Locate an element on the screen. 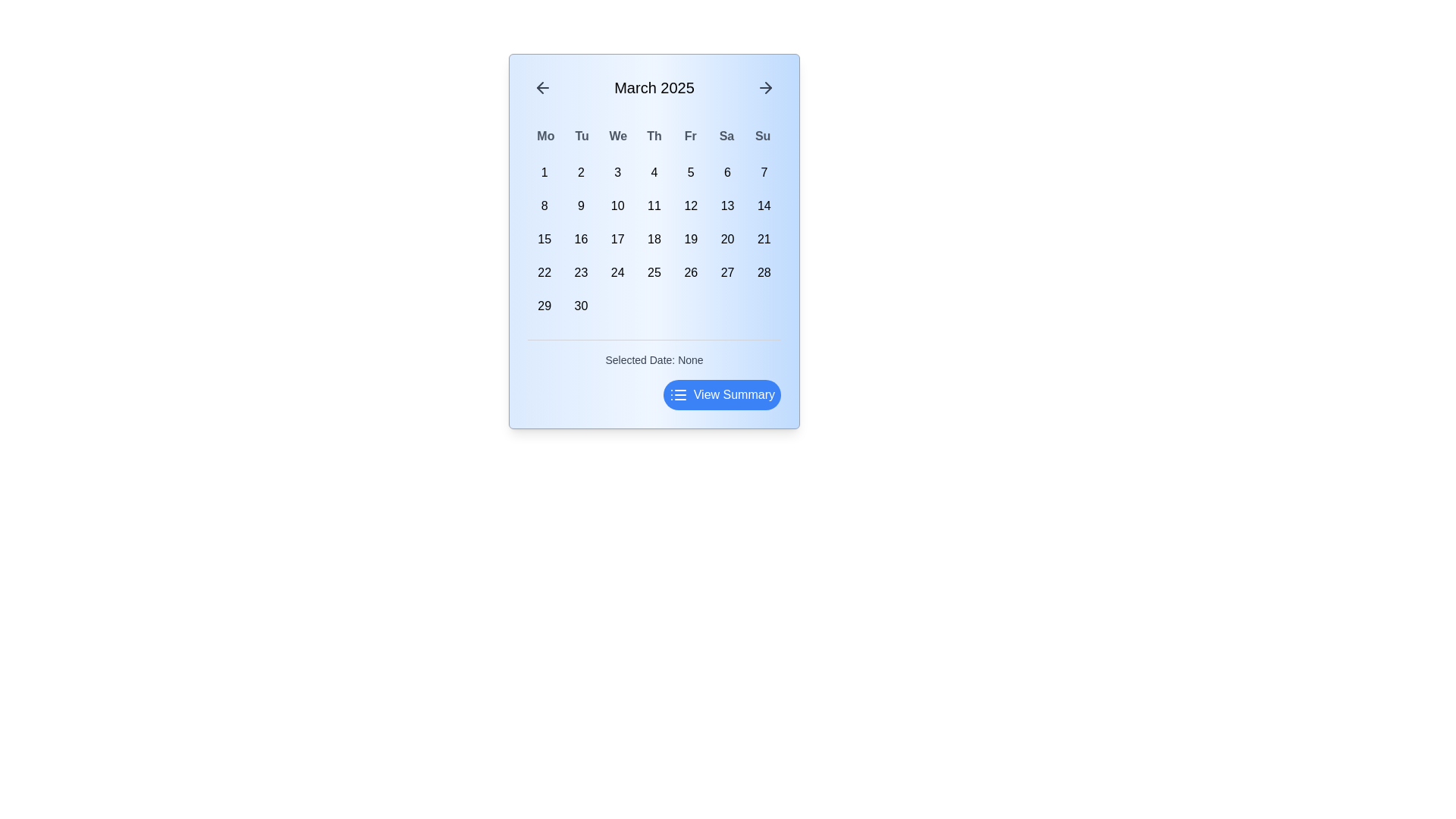 Image resolution: width=1456 pixels, height=819 pixels. the text label 'Tu' which is the second item in the horizontal list of days in the calendar interface, located under the 'March 2025' heading is located at coordinates (581, 136).